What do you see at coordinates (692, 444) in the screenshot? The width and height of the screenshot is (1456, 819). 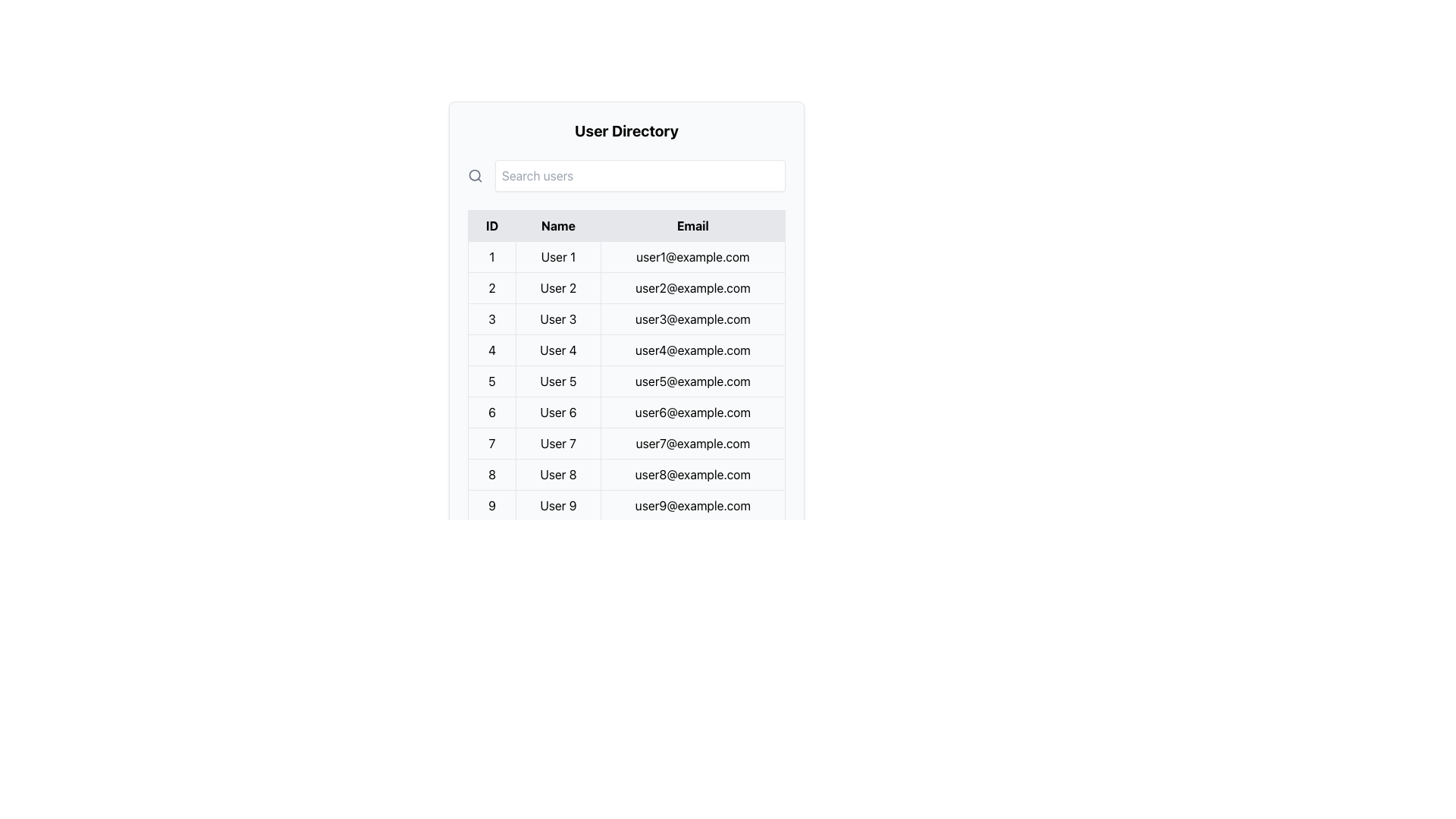 I see `the text field displaying the email address 'user7@example.com', which is styled with padding and a border, located in the 'Email' column of the seventh row of the table` at bounding box center [692, 444].